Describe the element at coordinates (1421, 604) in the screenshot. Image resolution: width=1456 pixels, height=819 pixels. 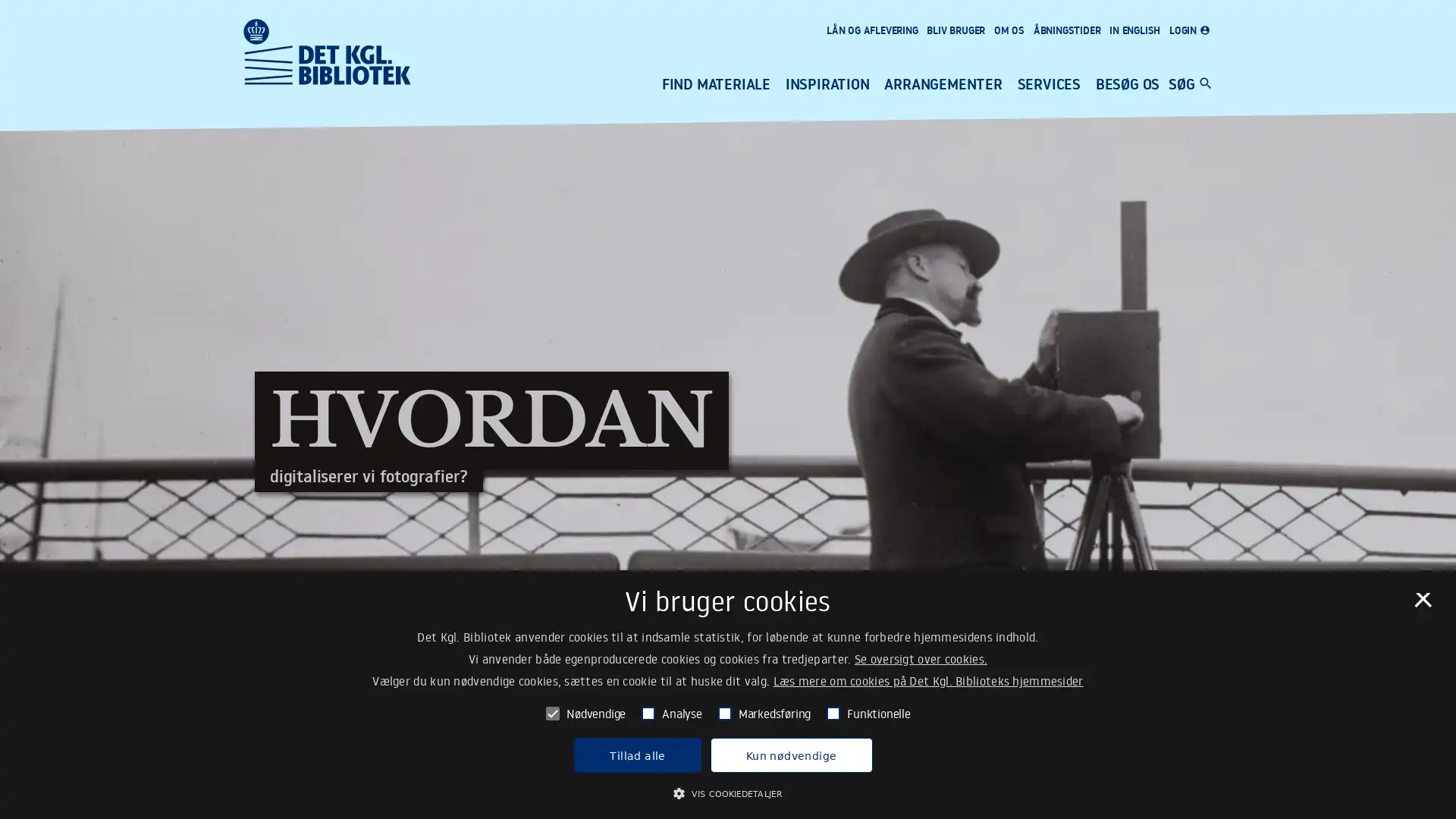
I see `Close` at that location.